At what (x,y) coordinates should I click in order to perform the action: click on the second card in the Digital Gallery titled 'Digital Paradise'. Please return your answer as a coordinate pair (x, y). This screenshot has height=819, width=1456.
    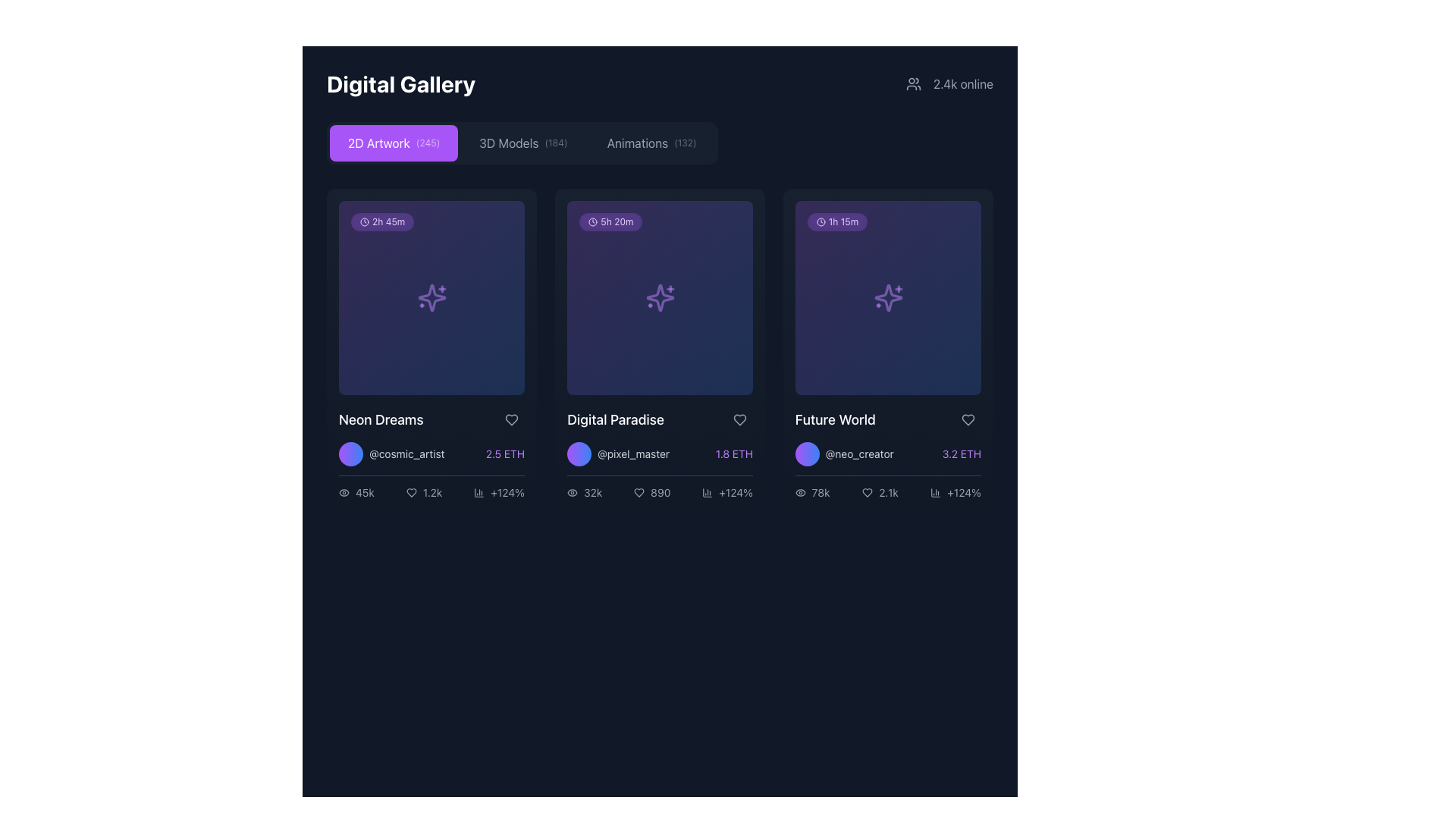
    Looking at the image, I should click on (660, 350).